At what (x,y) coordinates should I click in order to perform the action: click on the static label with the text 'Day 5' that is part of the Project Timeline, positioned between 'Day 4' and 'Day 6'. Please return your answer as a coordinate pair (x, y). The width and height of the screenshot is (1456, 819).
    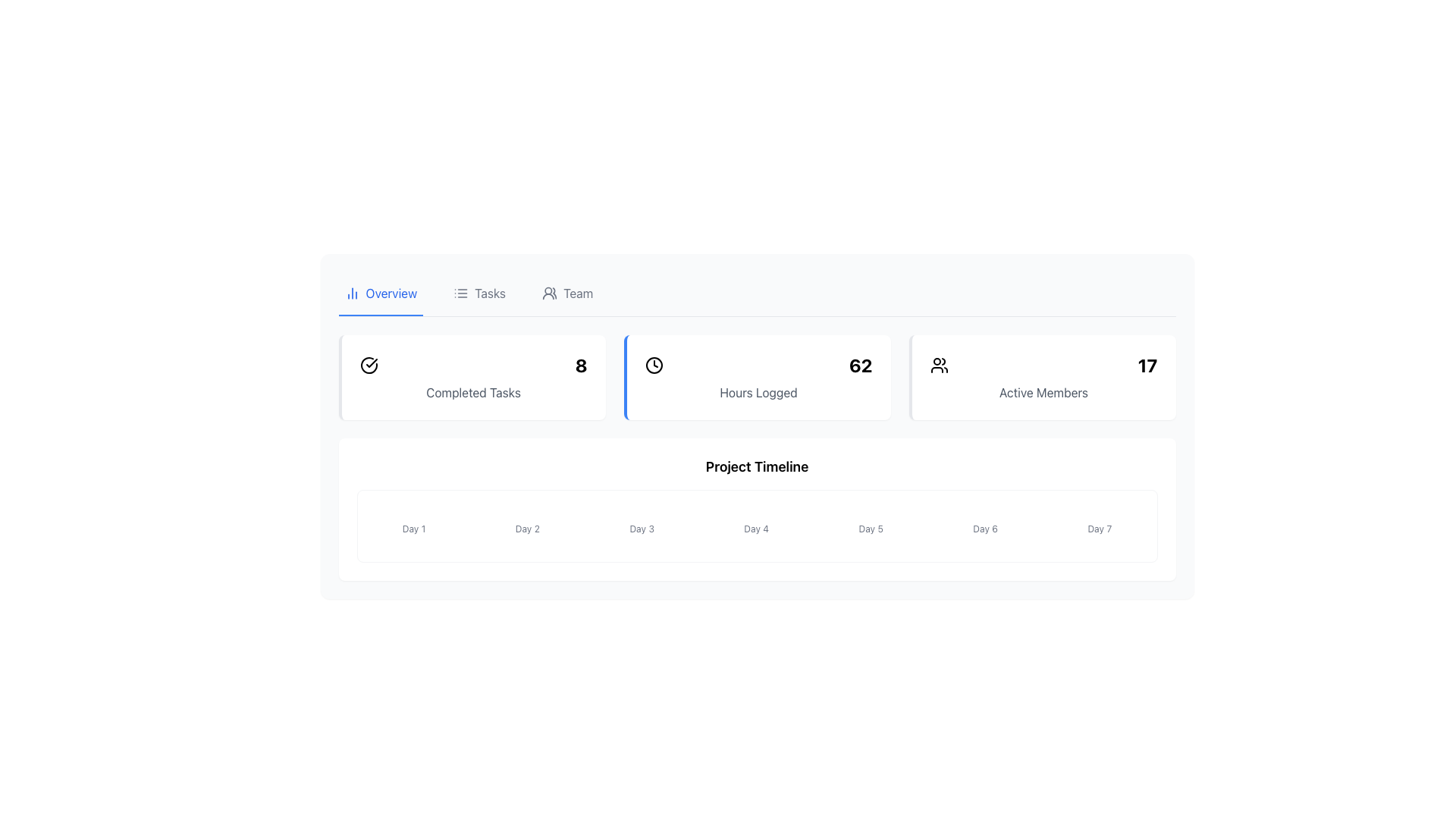
    Looking at the image, I should click on (871, 526).